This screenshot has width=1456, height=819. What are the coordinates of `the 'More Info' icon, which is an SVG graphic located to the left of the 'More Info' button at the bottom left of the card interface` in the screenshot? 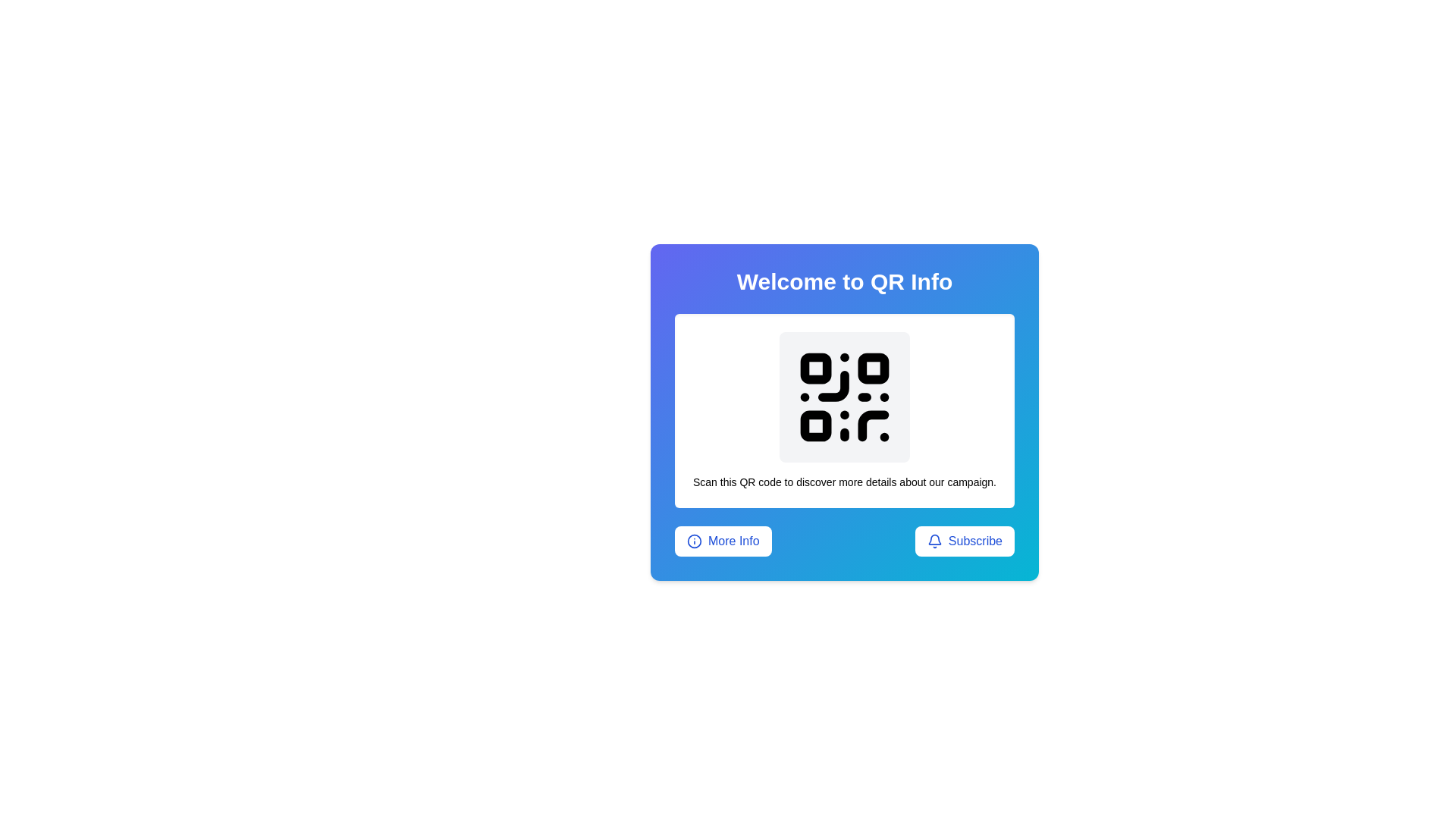 It's located at (694, 540).